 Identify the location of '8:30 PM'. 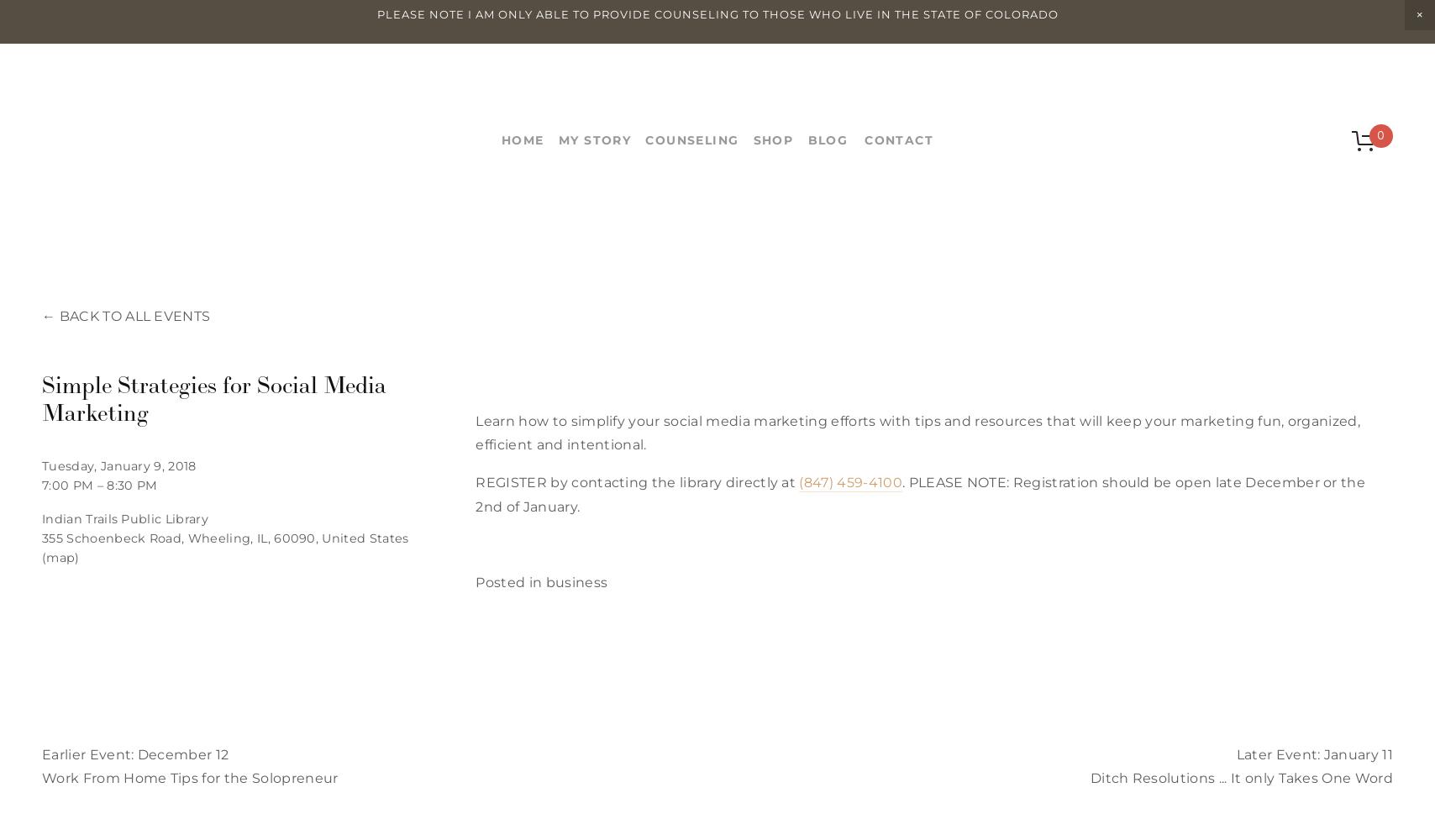
(131, 484).